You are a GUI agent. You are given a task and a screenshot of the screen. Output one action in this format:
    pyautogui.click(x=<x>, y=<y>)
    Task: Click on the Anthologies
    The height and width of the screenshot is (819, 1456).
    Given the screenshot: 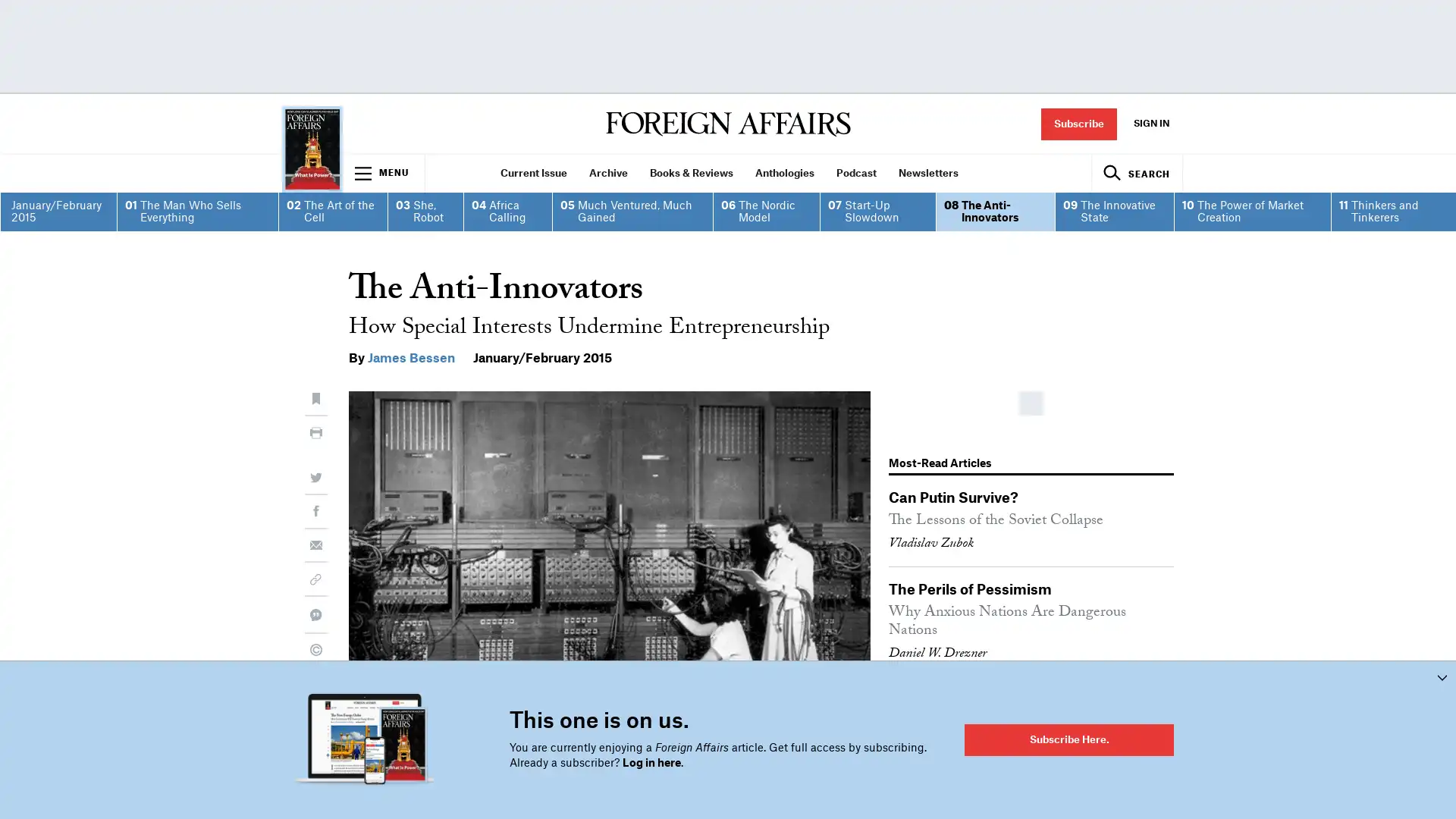 What is the action you would take?
    pyautogui.click(x=784, y=172)
    